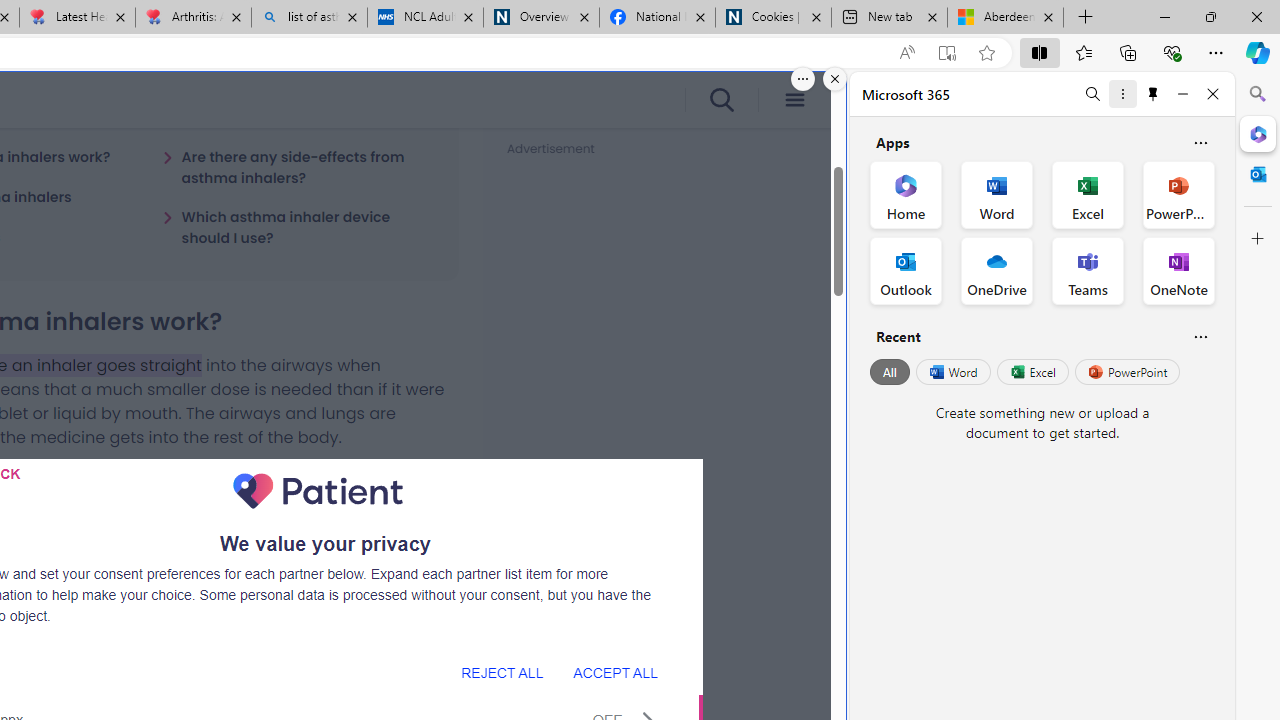  What do you see at coordinates (308, 17) in the screenshot?
I see `'list of asthma inhalers uk - Search'` at bounding box center [308, 17].